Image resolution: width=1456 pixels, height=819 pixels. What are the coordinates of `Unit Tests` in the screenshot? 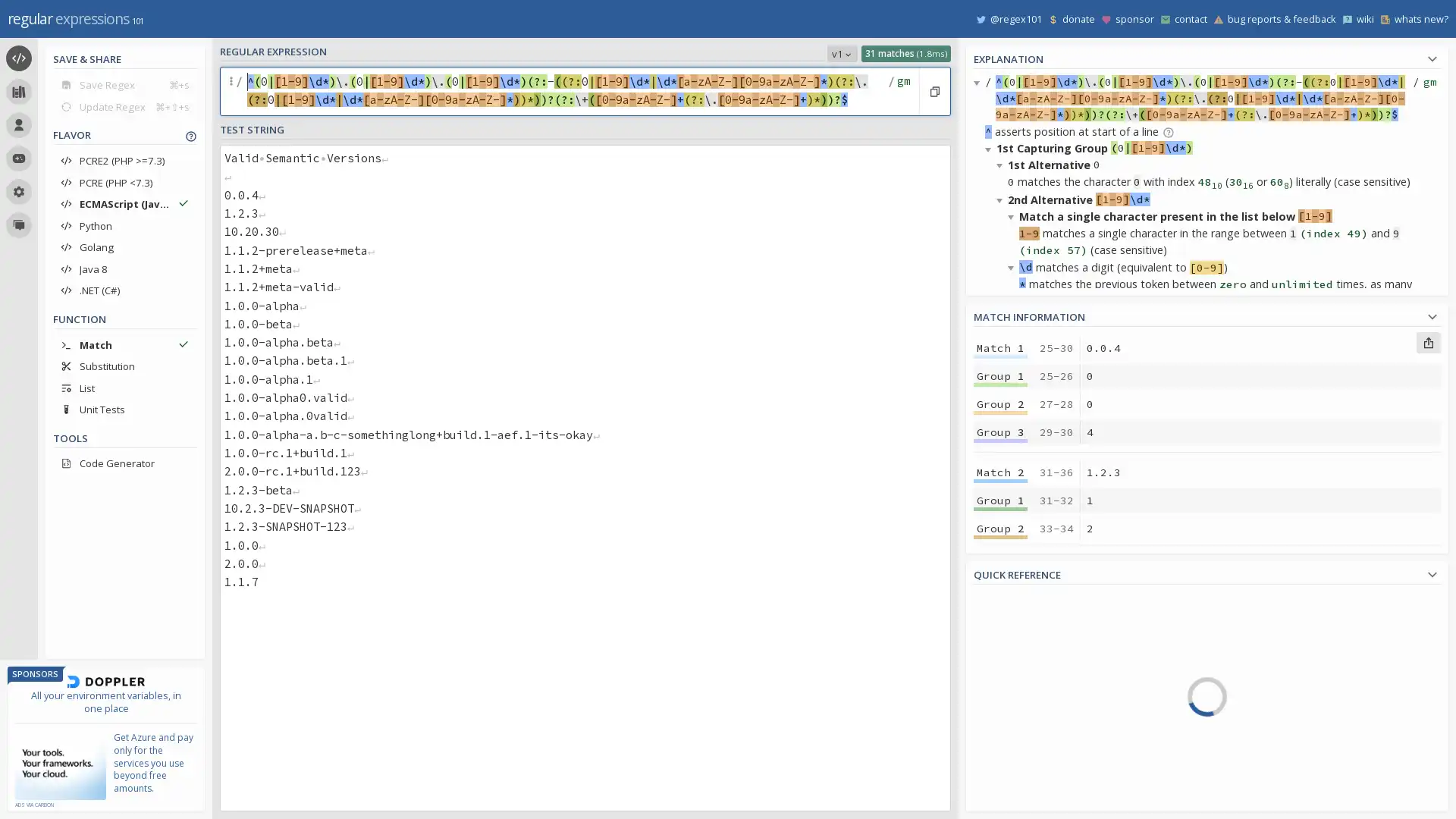 It's located at (124, 409).